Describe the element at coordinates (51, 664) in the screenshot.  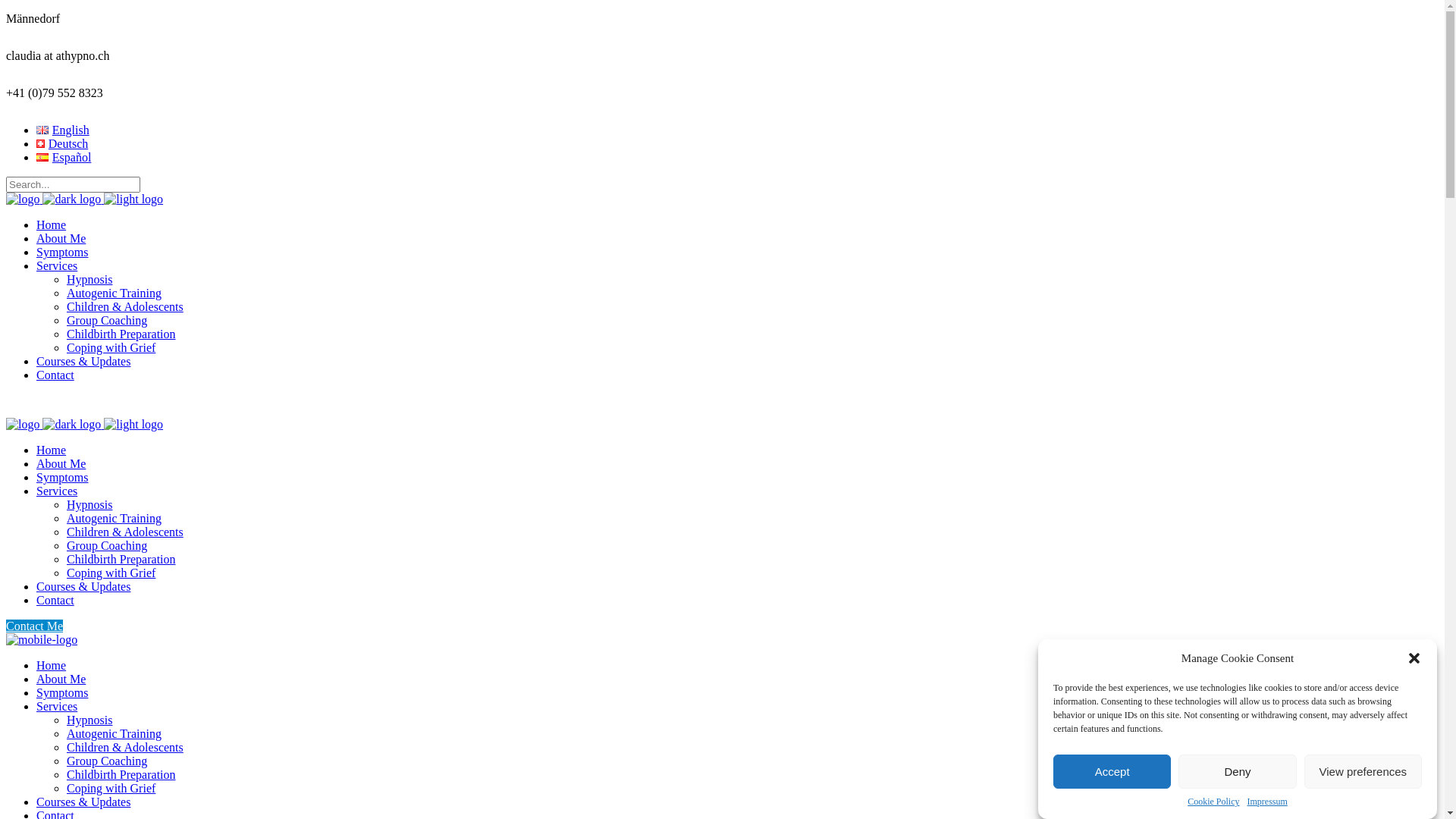
I see `'Home'` at that location.